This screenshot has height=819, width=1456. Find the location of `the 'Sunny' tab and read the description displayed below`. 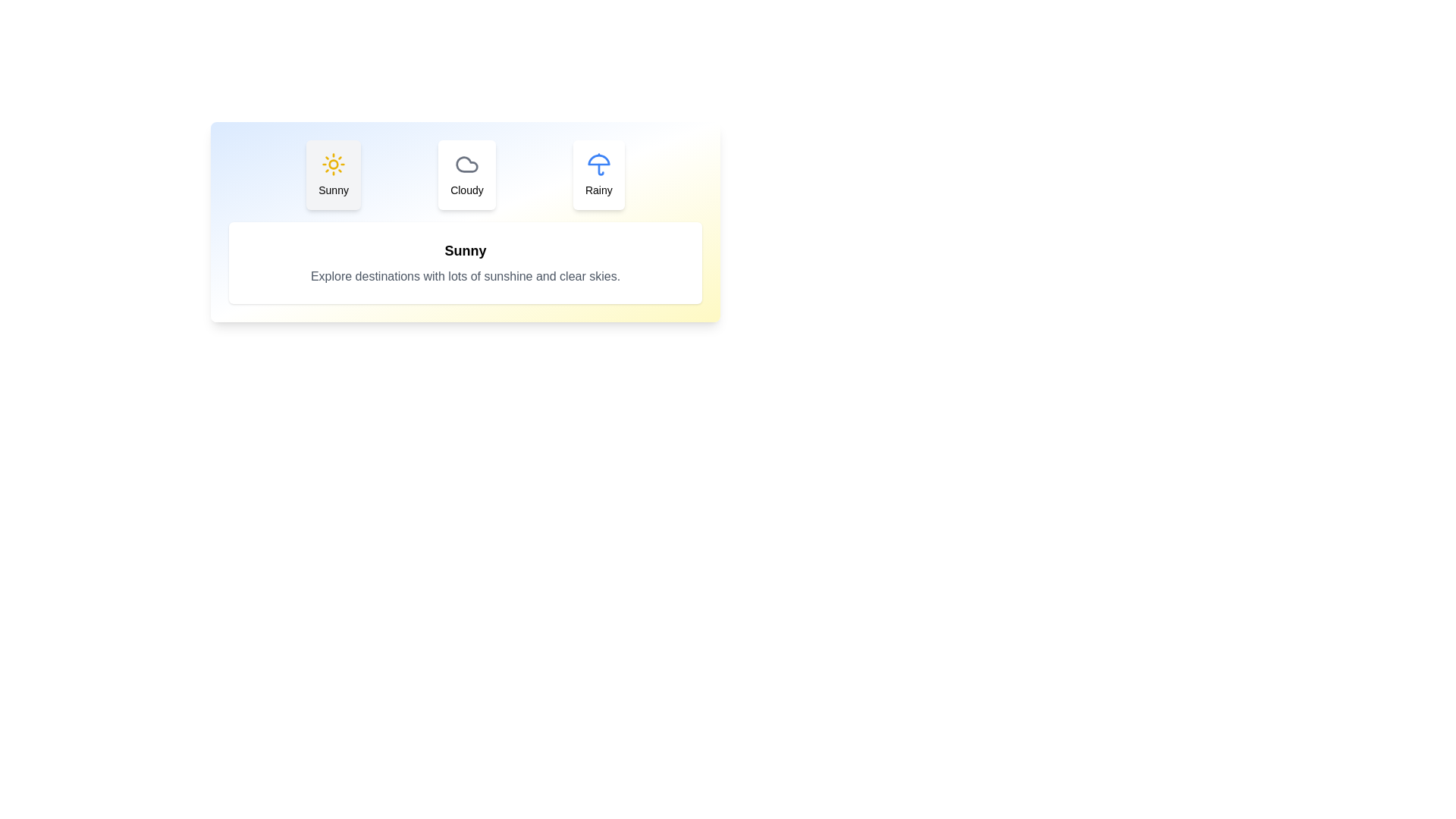

the 'Sunny' tab and read the description displayed below is located at coordinates (333, 174).